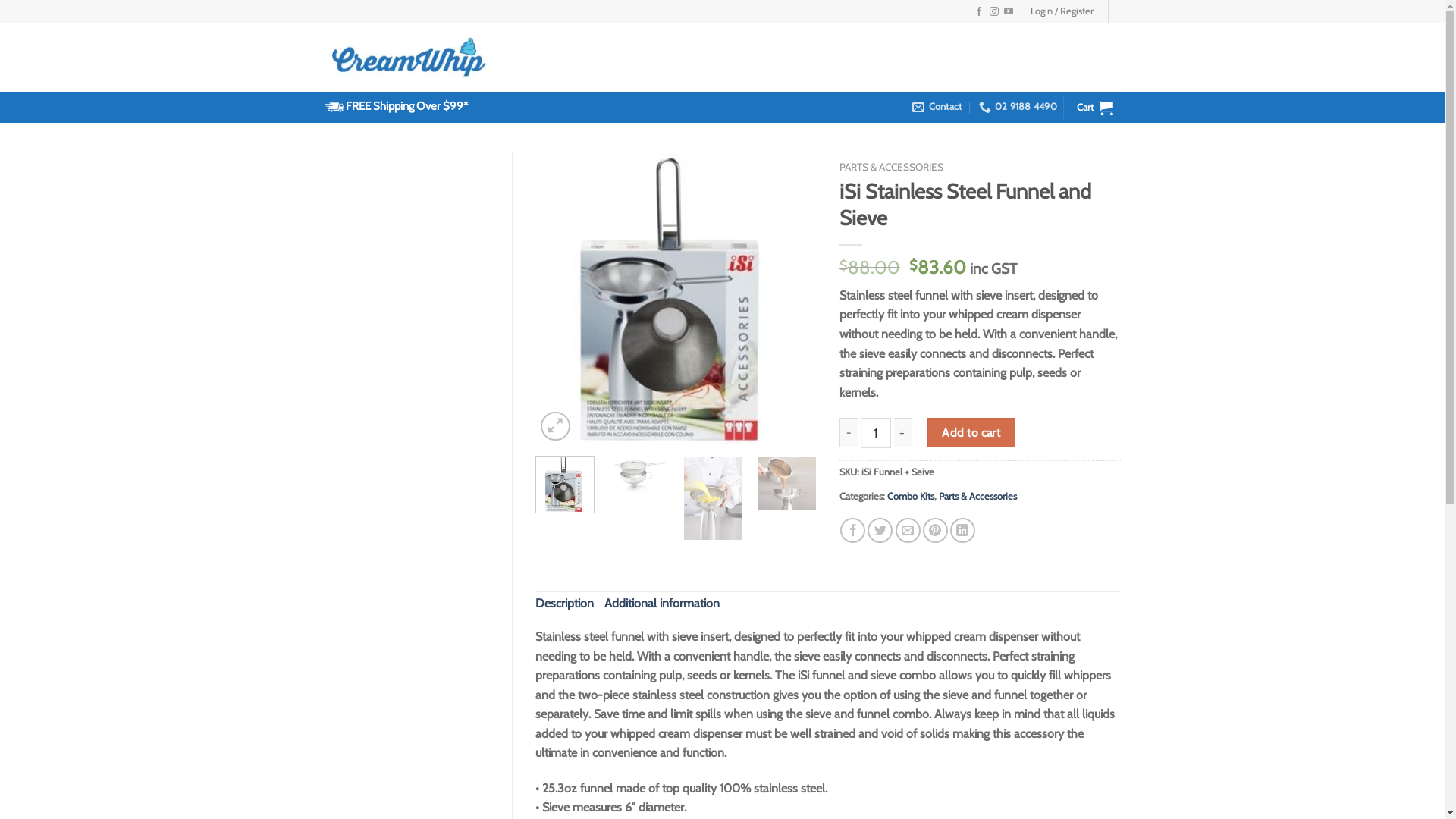 This screenshot has height=819, width=1456. I want to click on 'Skip to content', so click(0, 0).